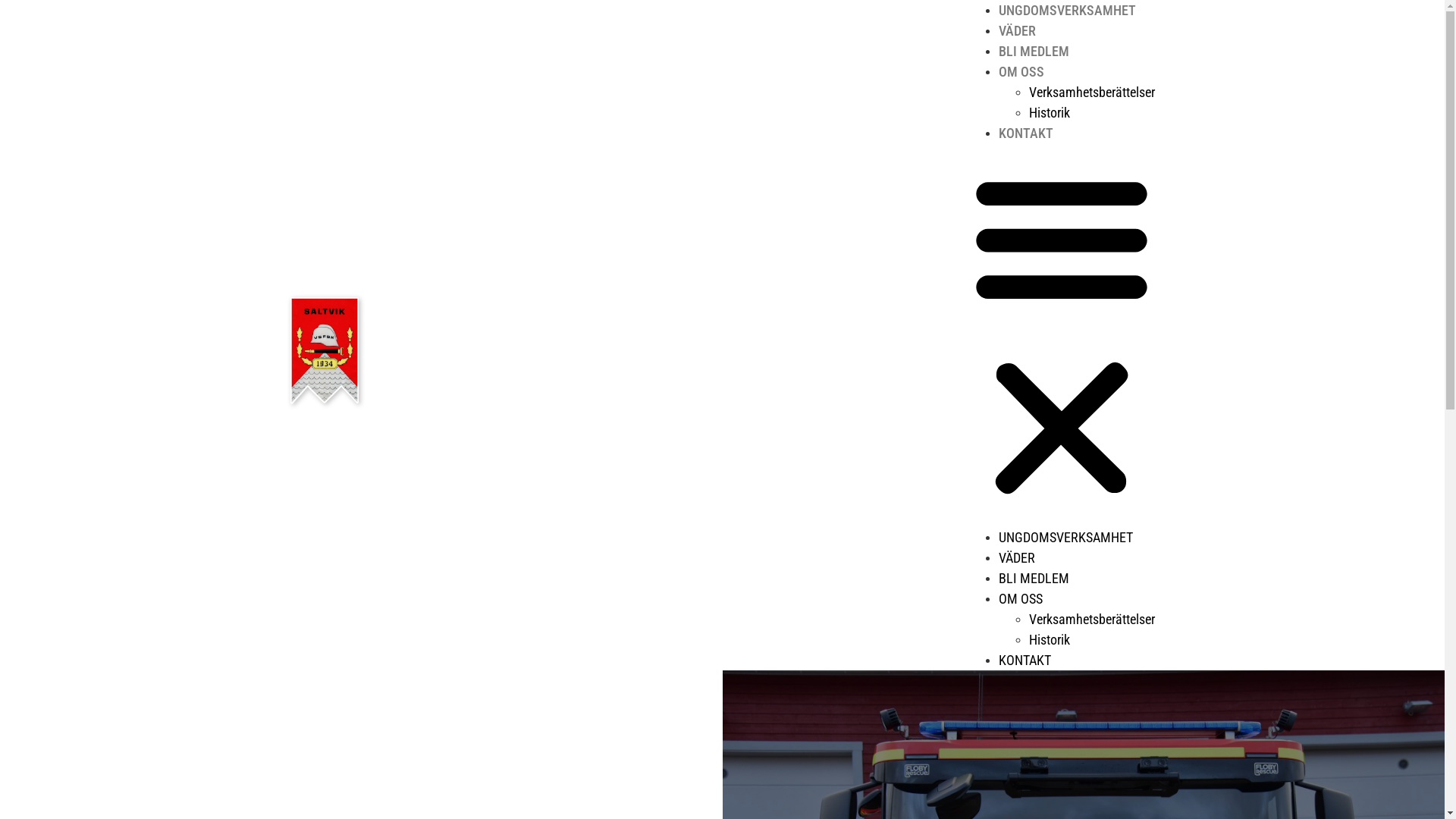  What do you see at coordinates (997, 132) in the screenshot?
I see `'KONTAKT'` at bounding box center [997, 132].